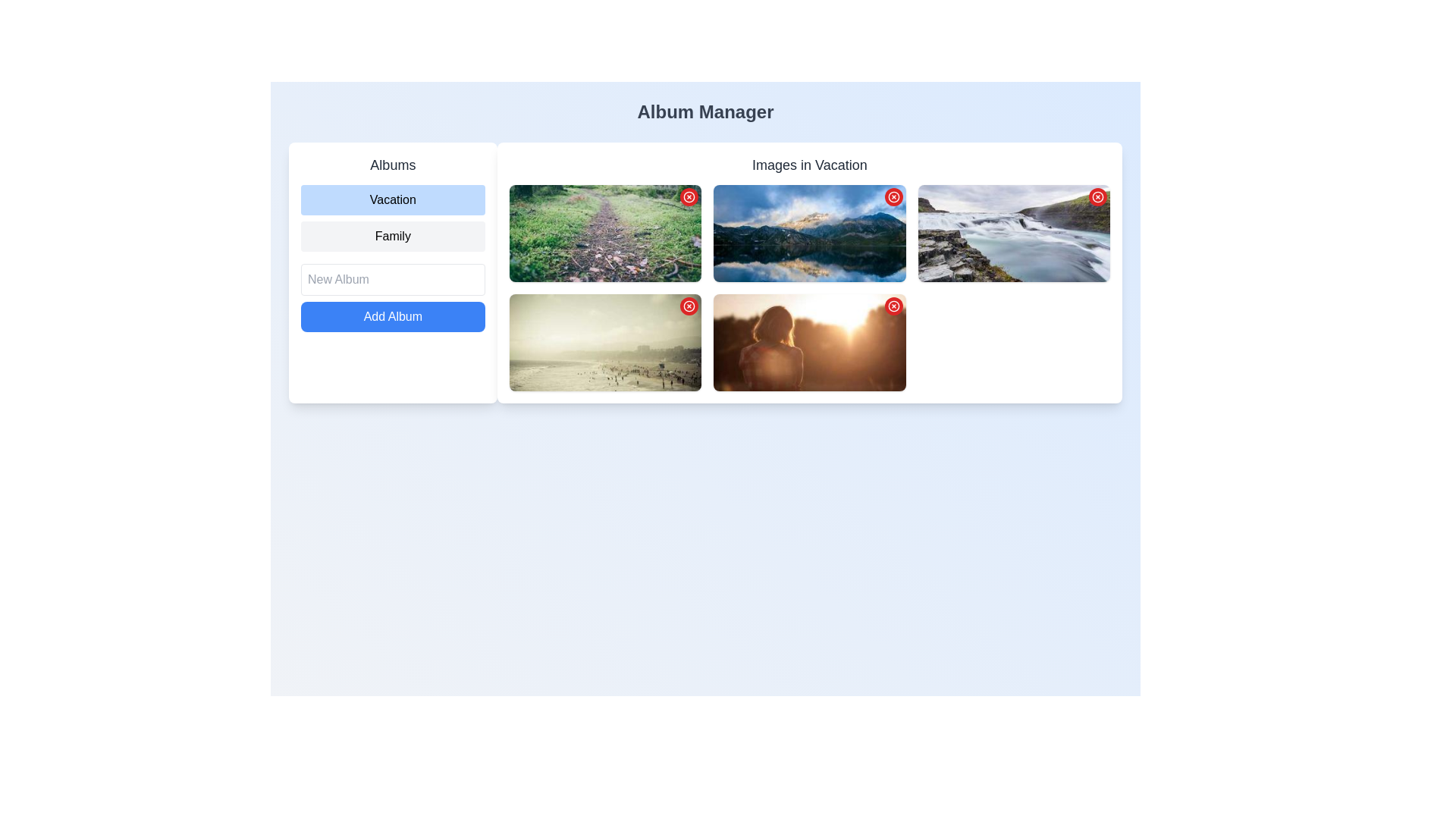 The height and width of the screenshot is (819, 1456). I want to click on the removal button located in the top right corner of the river scene image in the 'Images in Vacation' section of the Album Manager interface, so click(1098, 196).